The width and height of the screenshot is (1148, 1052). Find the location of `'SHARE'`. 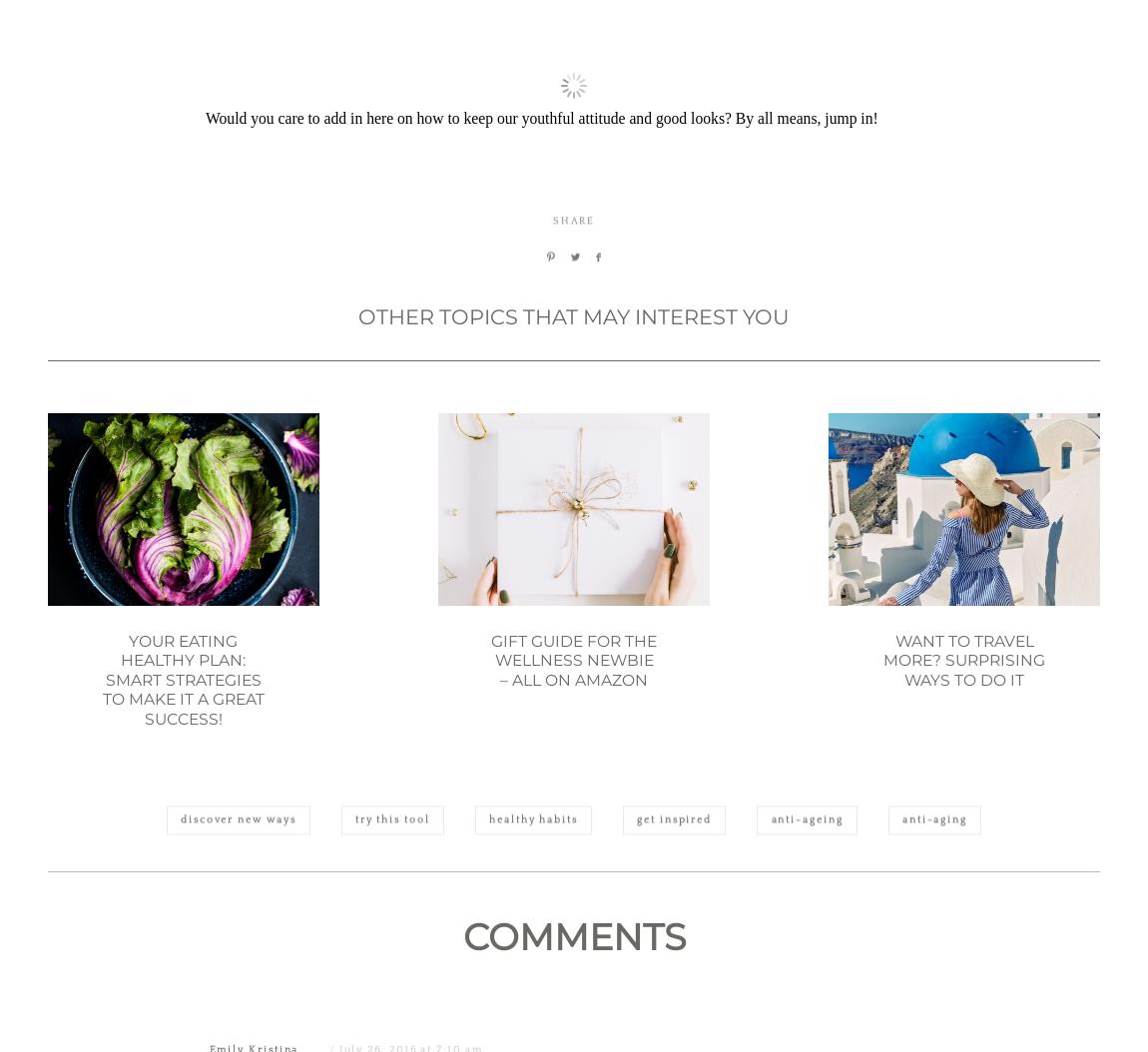

'SHARE' is located at coordinates (552, 316).